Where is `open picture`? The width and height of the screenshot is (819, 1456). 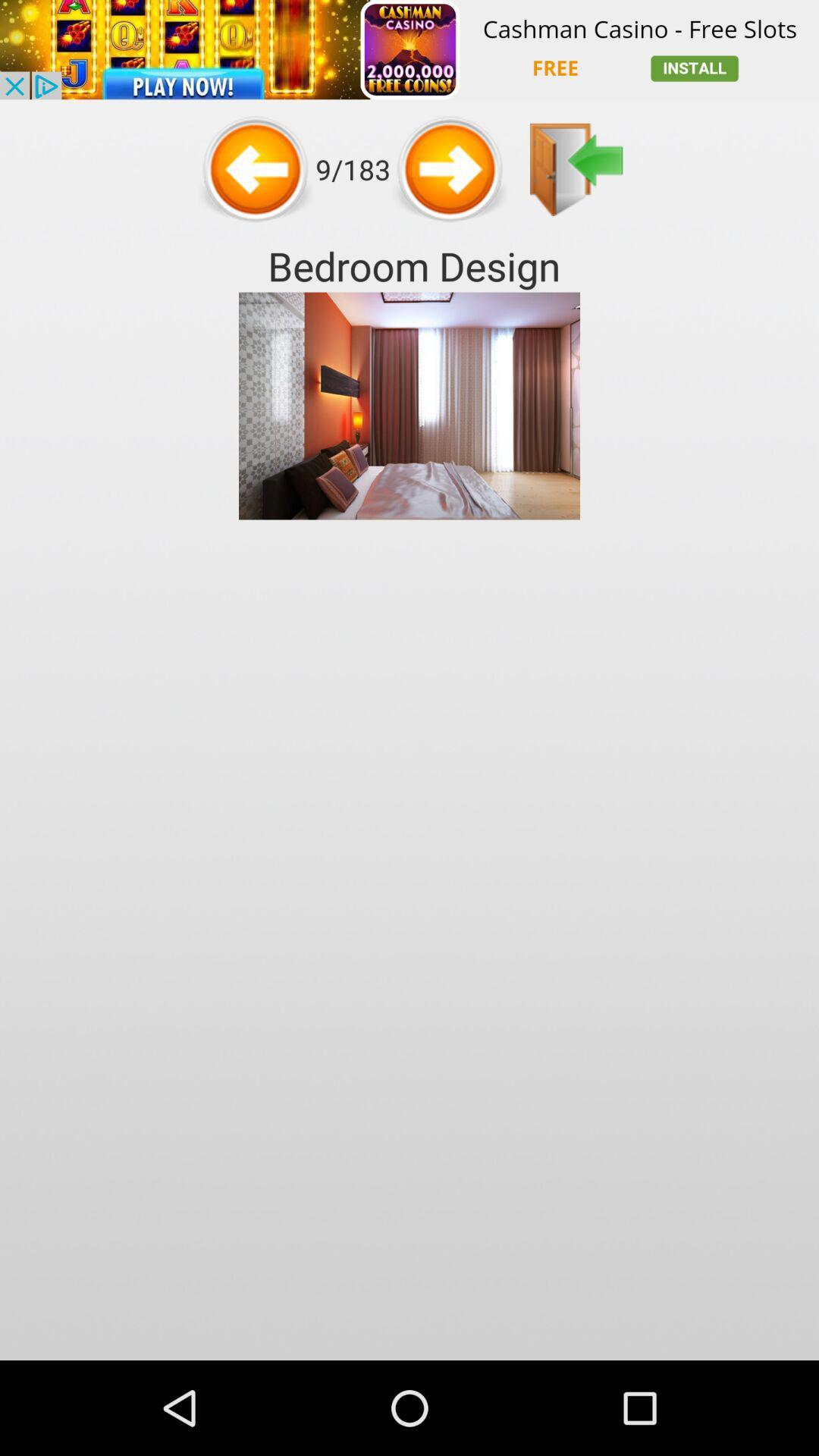
open picture is located at coordinates (576, 169).